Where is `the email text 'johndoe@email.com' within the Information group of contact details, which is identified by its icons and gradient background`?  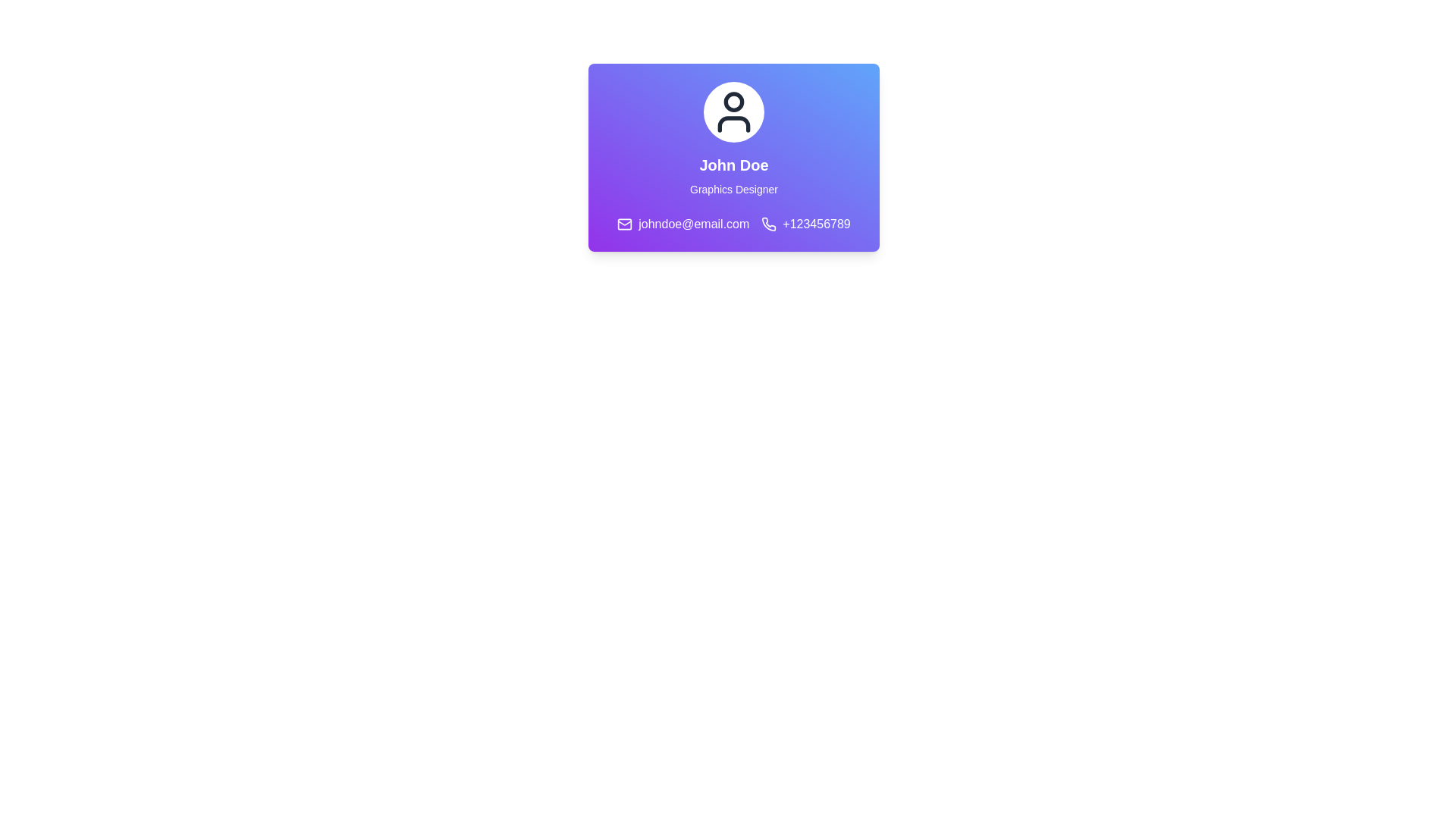 the email text 'johndoe@email.com' within the Information group of contact details, which is identified by its icons and gradient background is located at coordinates (734, 224).